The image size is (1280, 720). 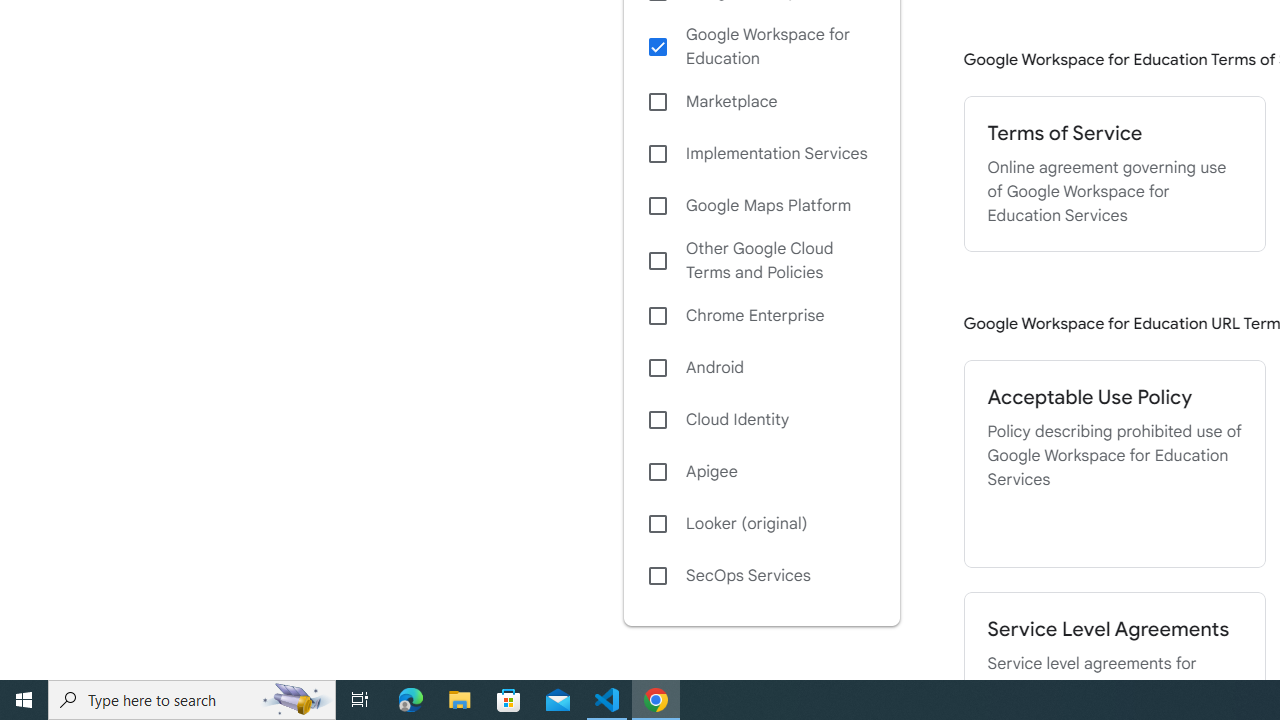 What do you see at coordinates (760, 418) in the screenshot?
I see `'Cloud Identity'` at bounding box center [760, 418].